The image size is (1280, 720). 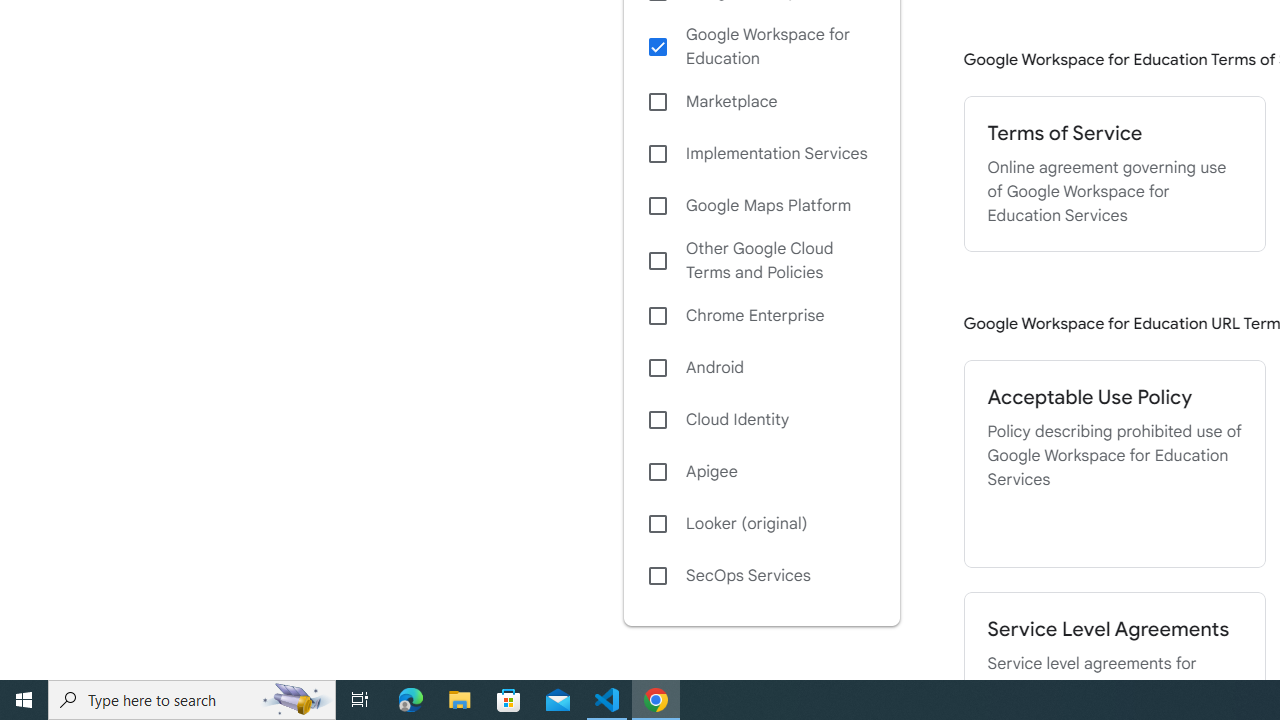 What do you see at coordinates (760, 418) in the screenshot?
I see `'Cloud Identity'` at bounding box center [760, 418].